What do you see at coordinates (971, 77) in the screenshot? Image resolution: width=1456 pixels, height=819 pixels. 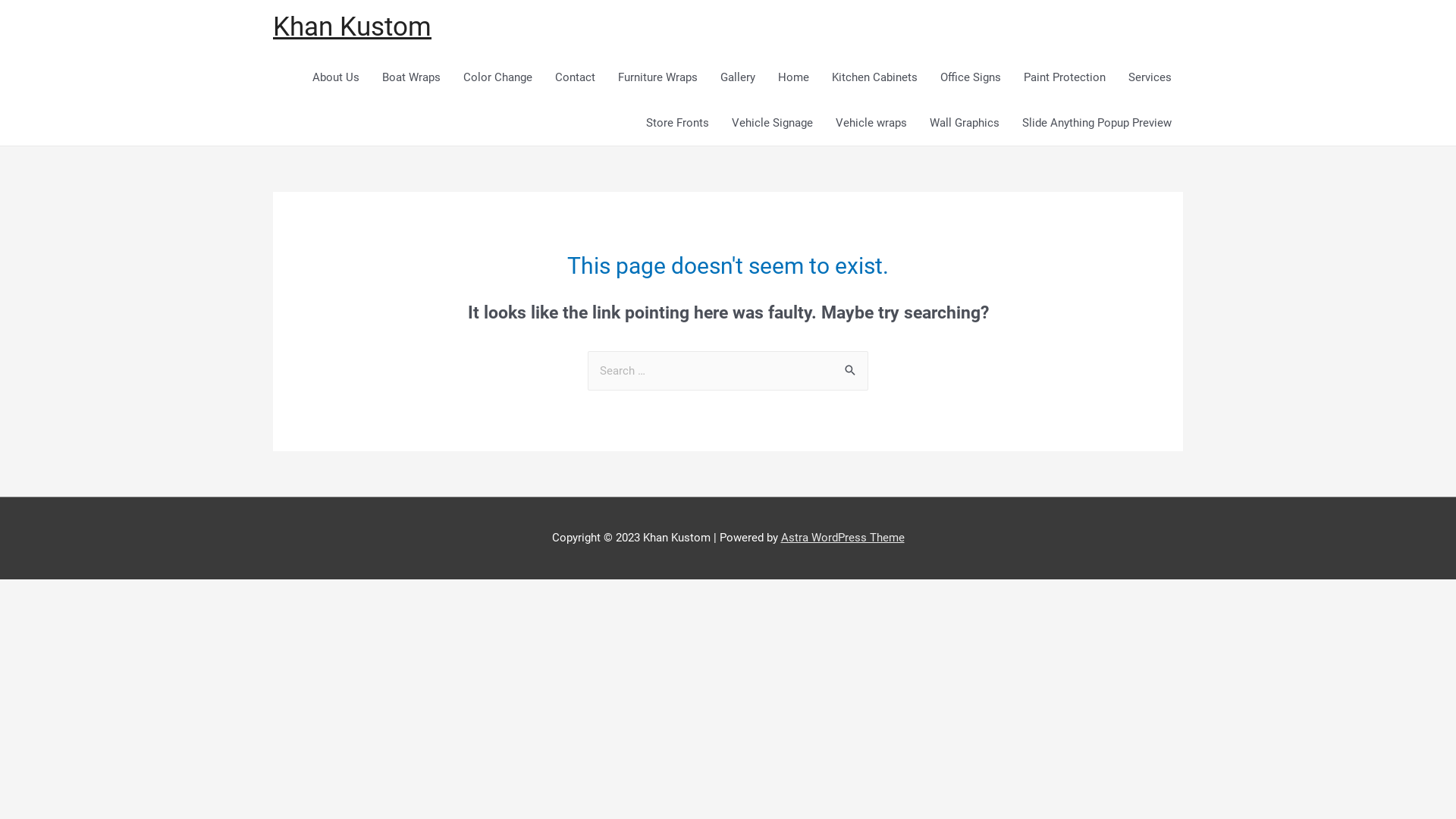 I see `'Office Signs'` at bounding box center [971, 77].